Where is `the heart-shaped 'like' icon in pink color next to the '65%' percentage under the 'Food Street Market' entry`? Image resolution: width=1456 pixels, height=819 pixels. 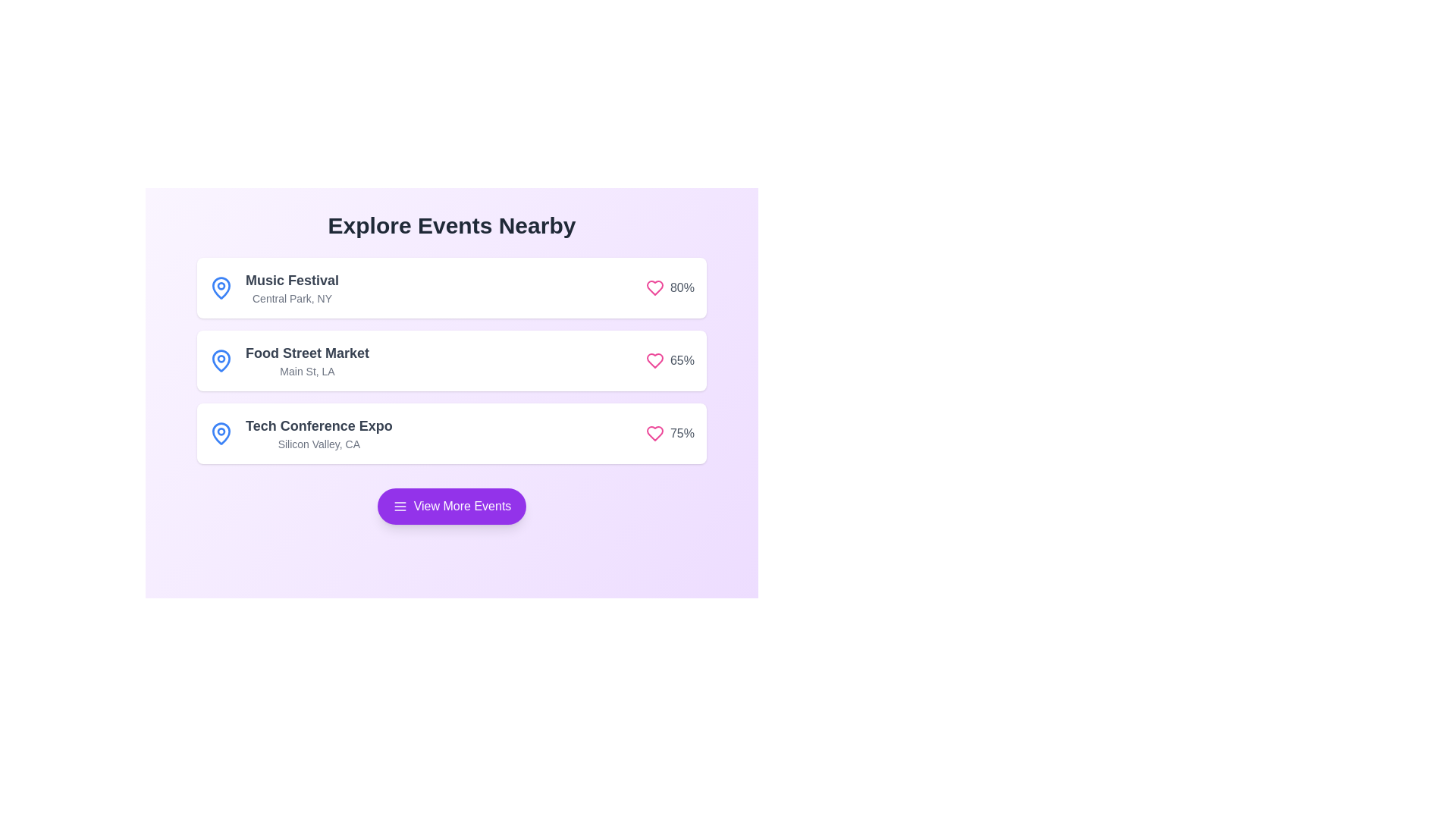 the heart-shaped 'like' icon in pink color next to the '65%' percentage under the 'Food Street Market' entry is located at coordinates (655, 360).